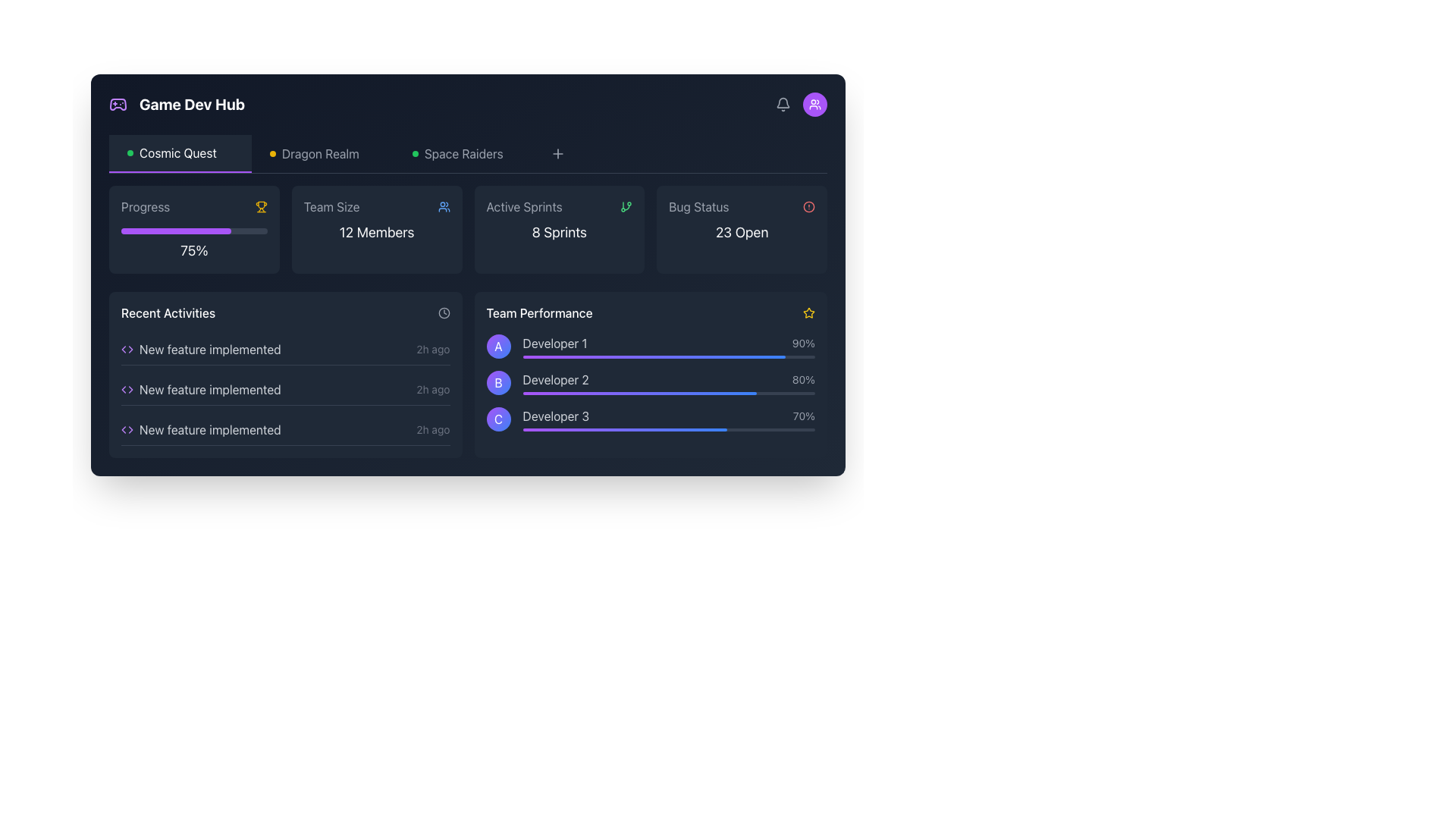  What do you see at coordinates (808, 312) in the screenshot?
I see `the star icon with a hollow outline and yellow fill, located to the far right of the 'Team Performance' section header` at bounding box center [808, 312].